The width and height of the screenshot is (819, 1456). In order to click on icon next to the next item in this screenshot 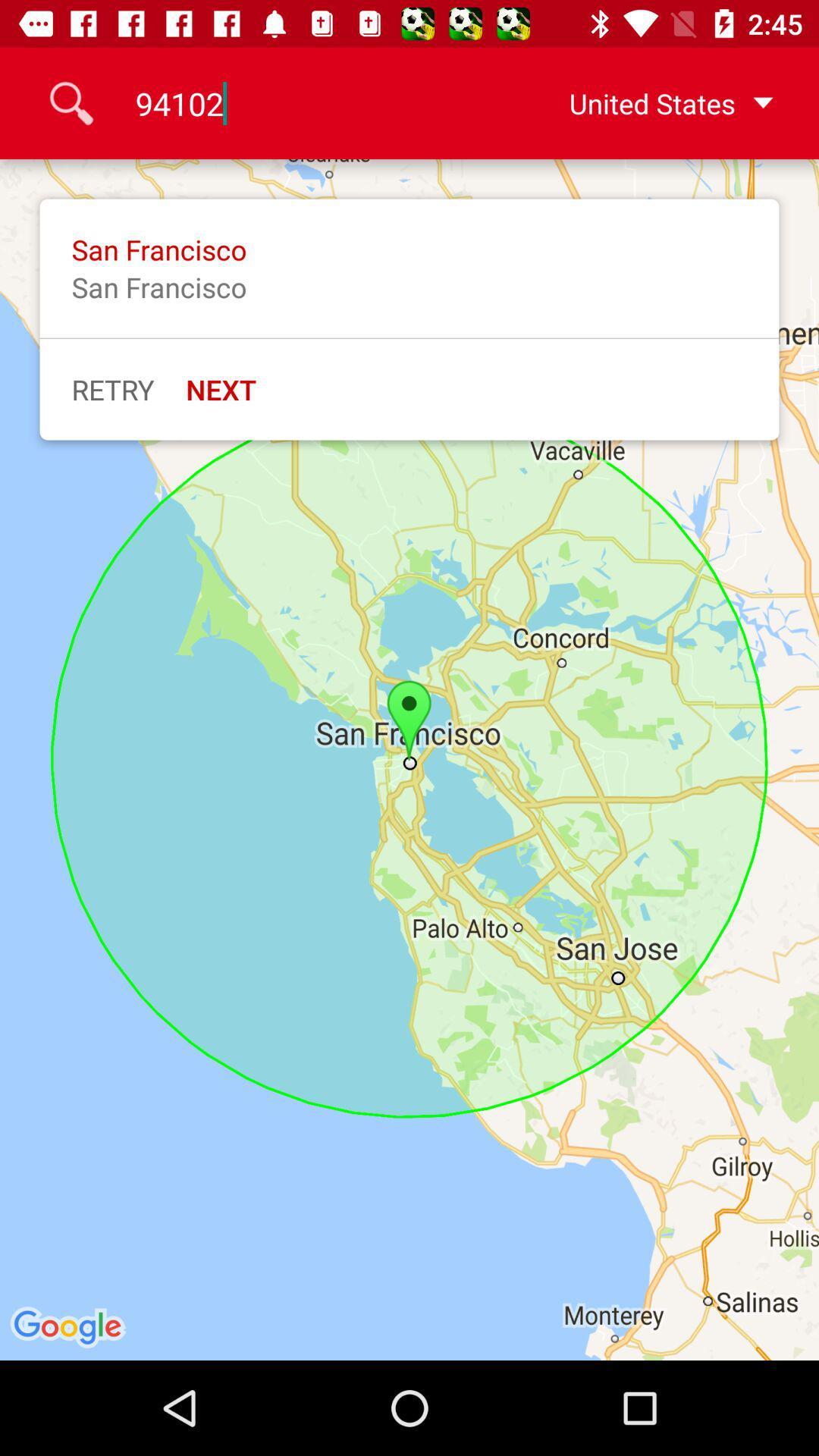, I will do `click(111, 389)`.